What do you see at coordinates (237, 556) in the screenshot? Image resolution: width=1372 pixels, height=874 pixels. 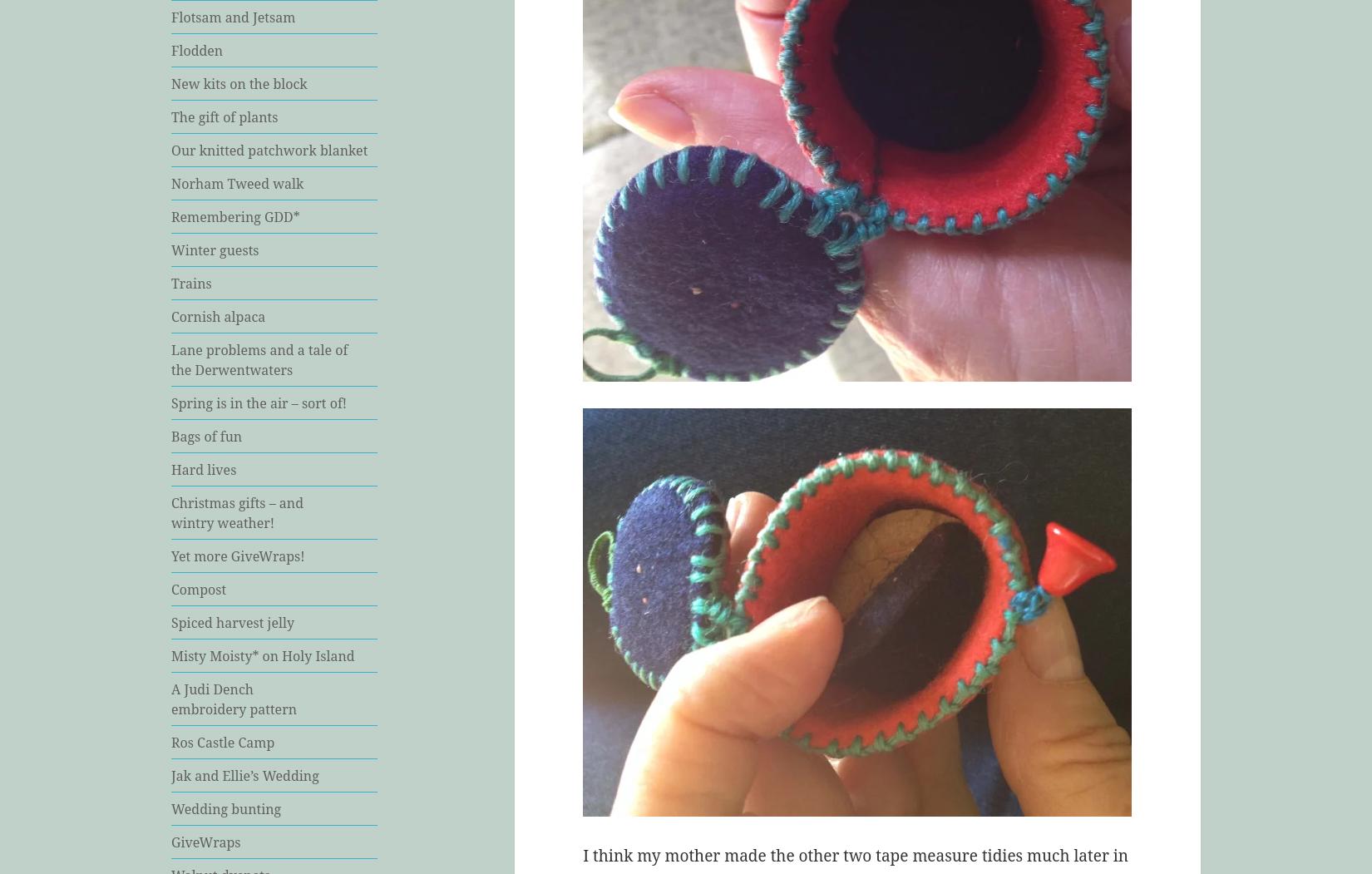 I see `'Yet more GiveWraps!'` at bounding box center [237, 556].